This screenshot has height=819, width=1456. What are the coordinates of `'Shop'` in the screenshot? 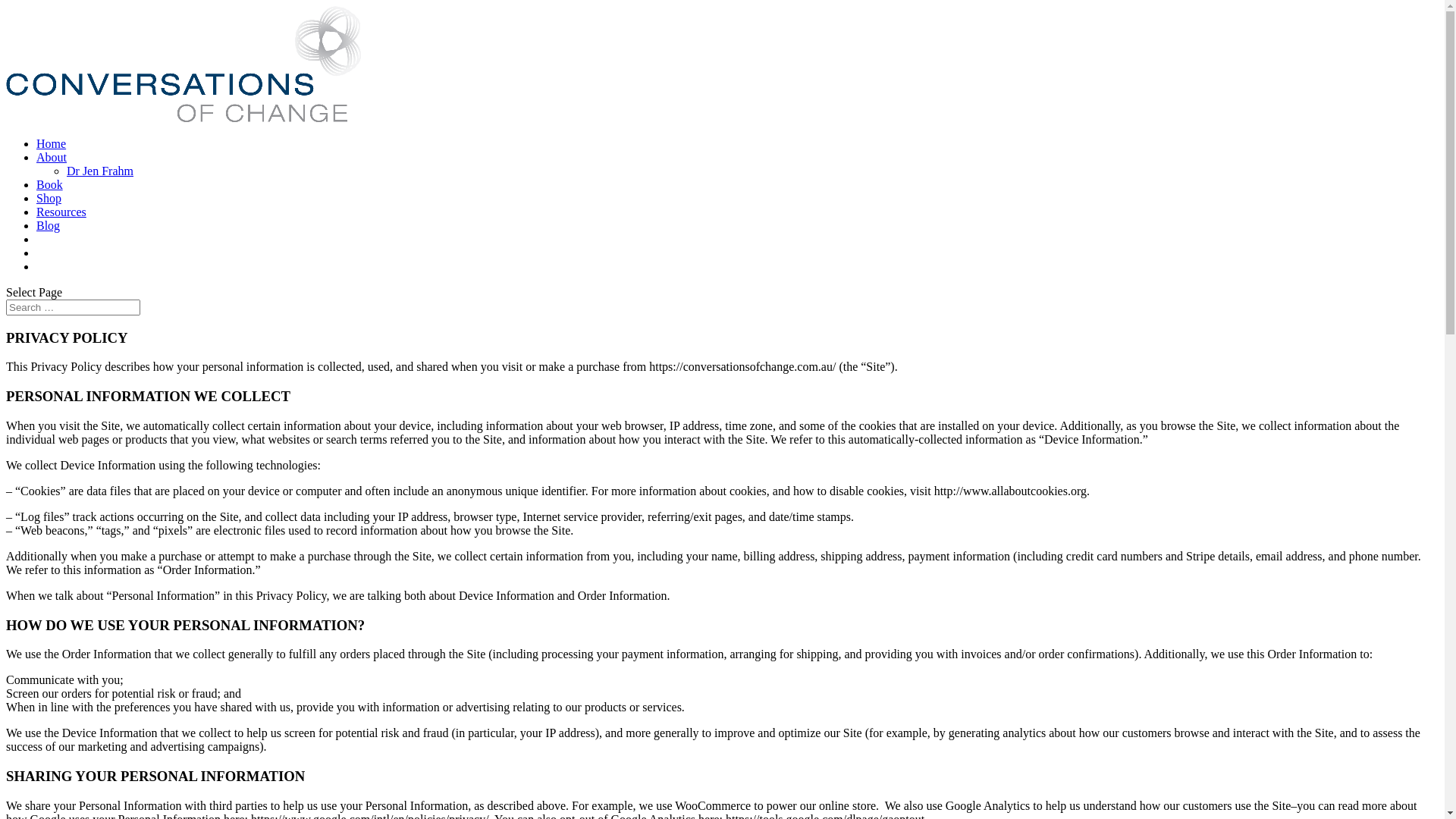 It's located at (49, 197).